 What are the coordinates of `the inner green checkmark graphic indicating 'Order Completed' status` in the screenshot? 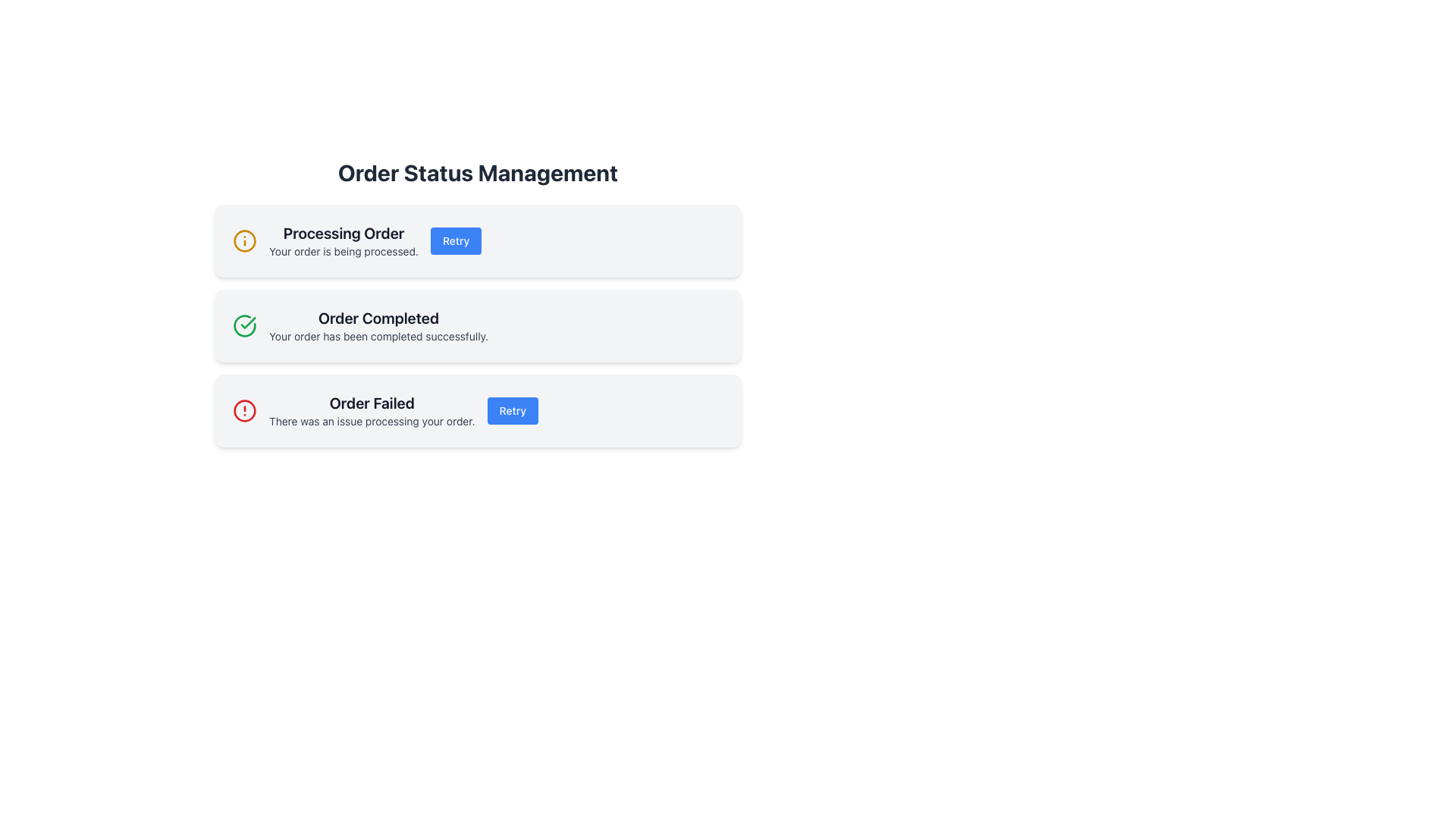 It's located at (248, 322).